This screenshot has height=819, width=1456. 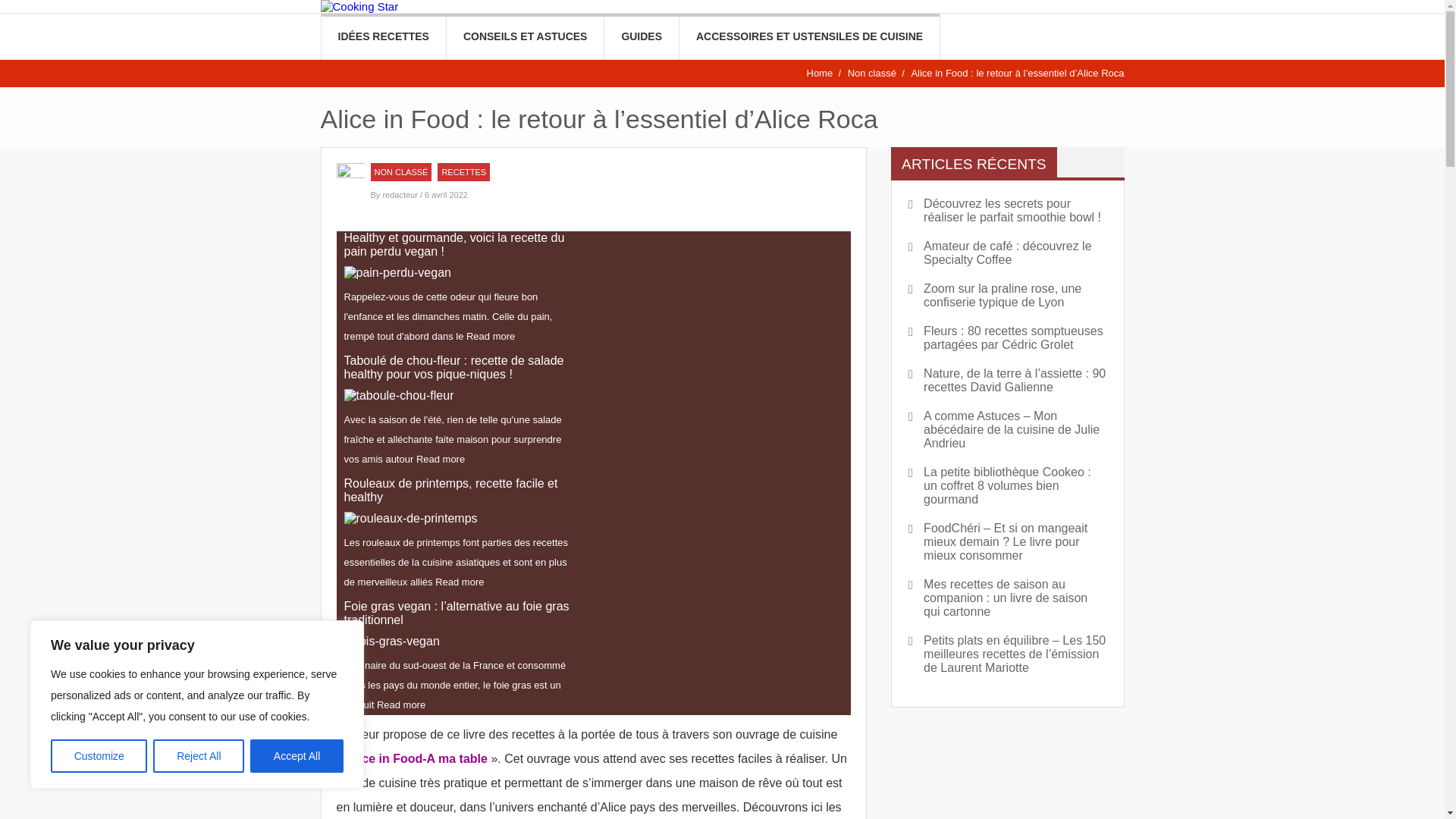 What do you see at coordinates (459, 244) in the screenshot?
I see `'Healthy et gourmande, voici la recette du pain perdu vegan !'` at bounding box center [459, 244].